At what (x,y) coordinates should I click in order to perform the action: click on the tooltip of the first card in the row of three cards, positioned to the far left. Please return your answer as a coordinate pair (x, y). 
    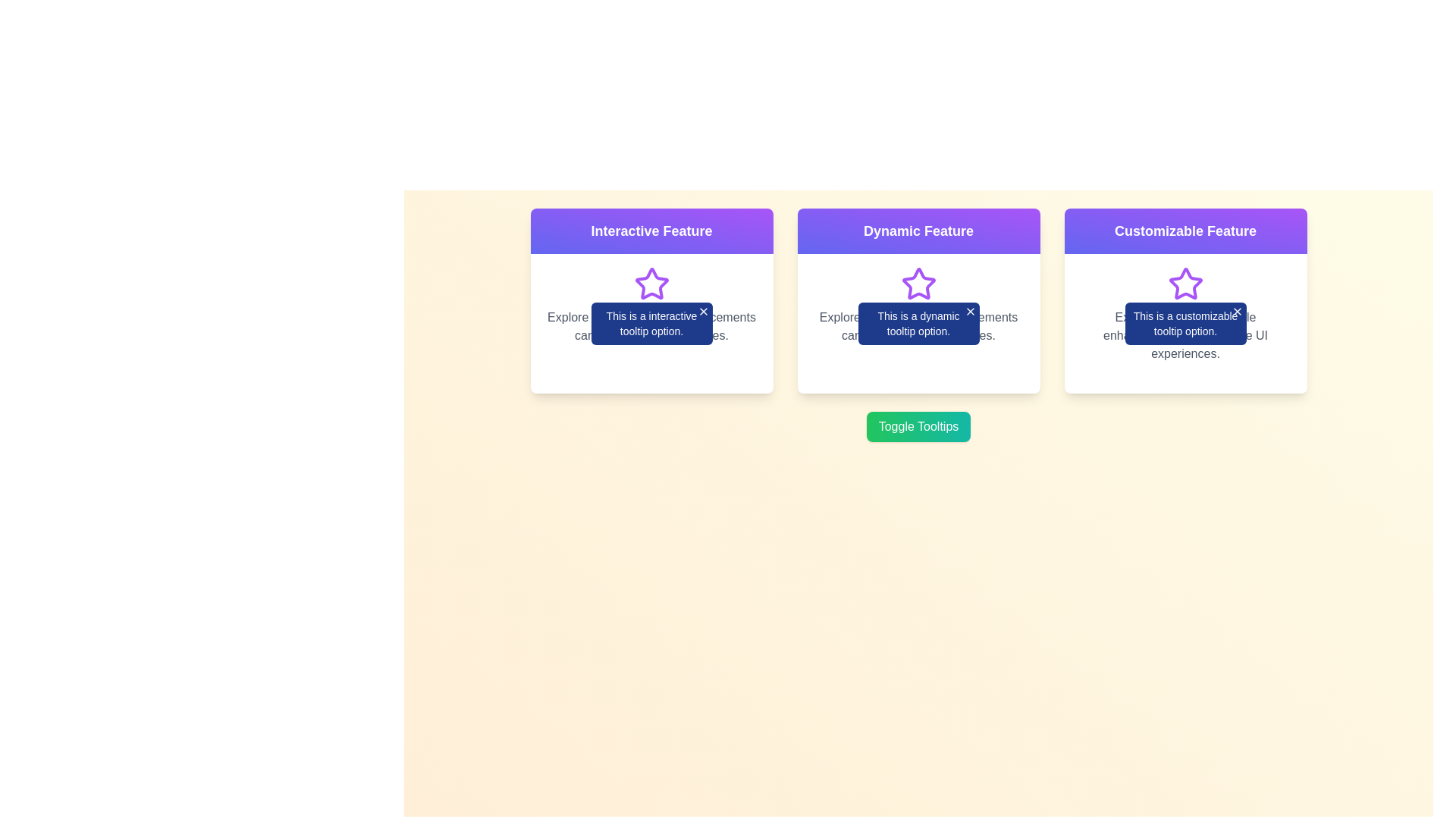
    Looking at the image, I should click on (651, 301).